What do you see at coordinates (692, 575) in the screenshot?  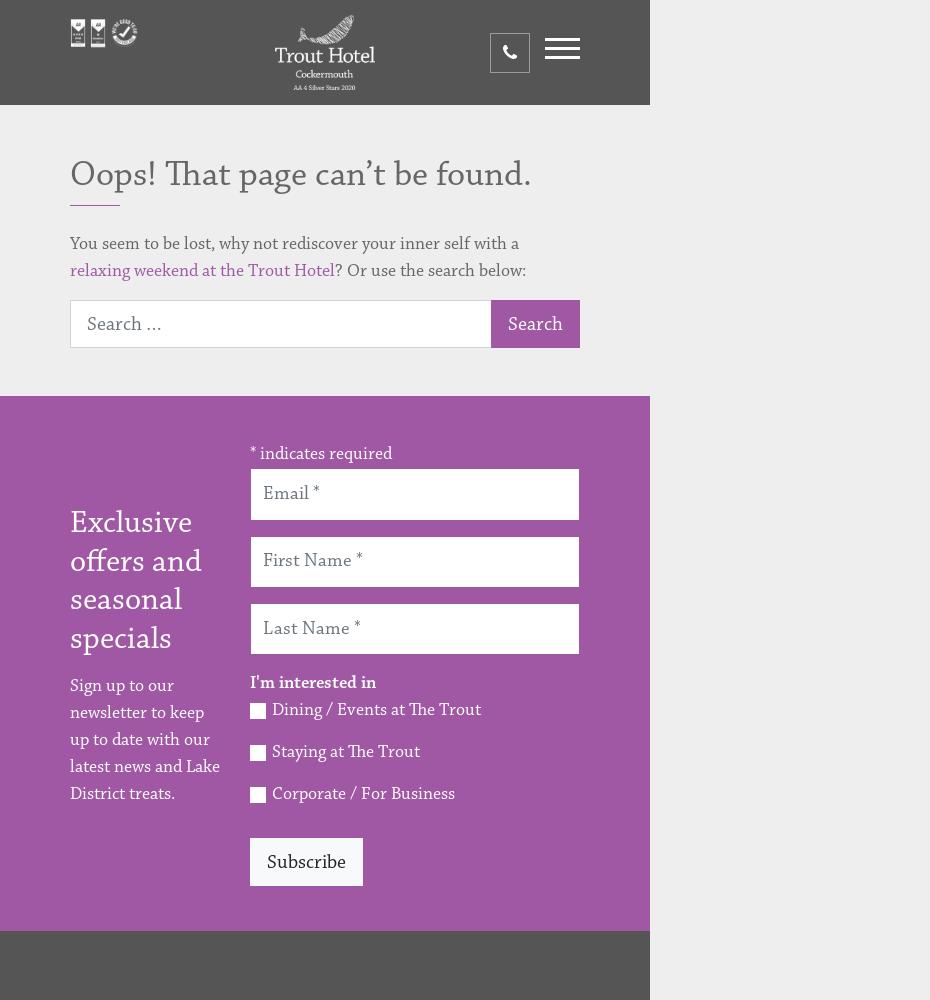 I see `'Journal'` at bounding box center [692, 575].